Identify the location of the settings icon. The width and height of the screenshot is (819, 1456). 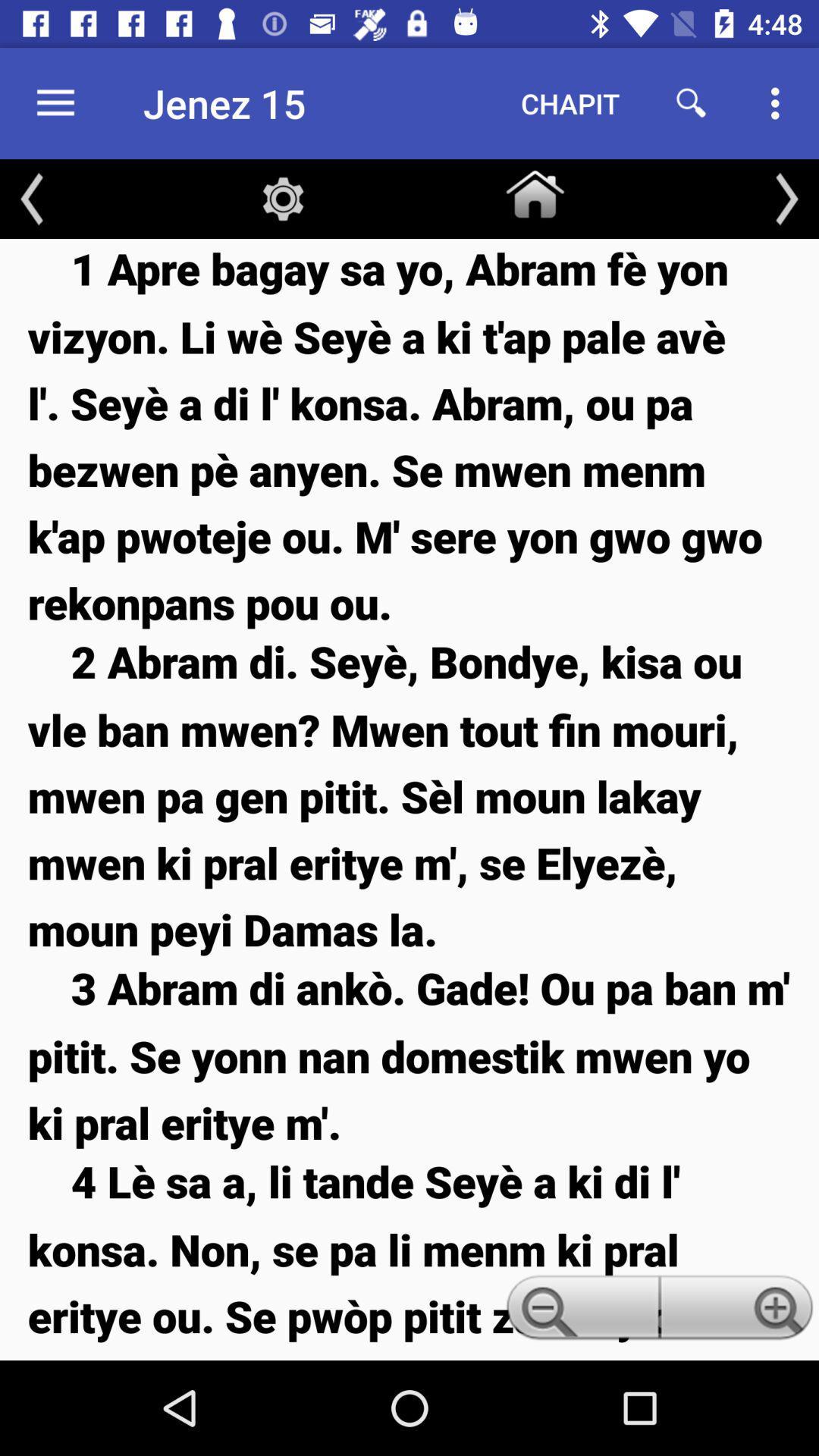
(283, 198).